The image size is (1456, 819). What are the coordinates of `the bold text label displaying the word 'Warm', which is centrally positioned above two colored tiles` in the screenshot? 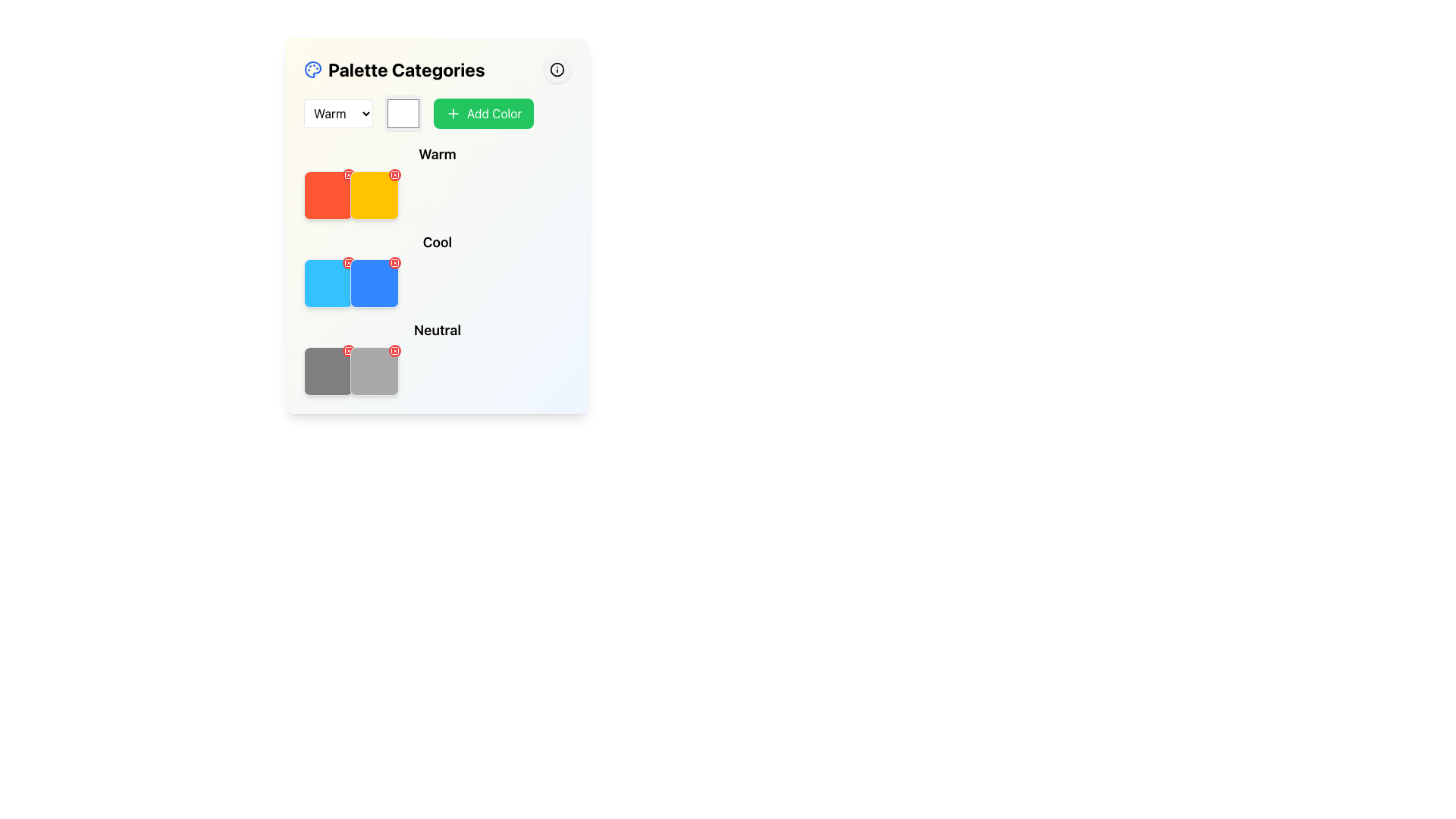 It's located at (436, 155).